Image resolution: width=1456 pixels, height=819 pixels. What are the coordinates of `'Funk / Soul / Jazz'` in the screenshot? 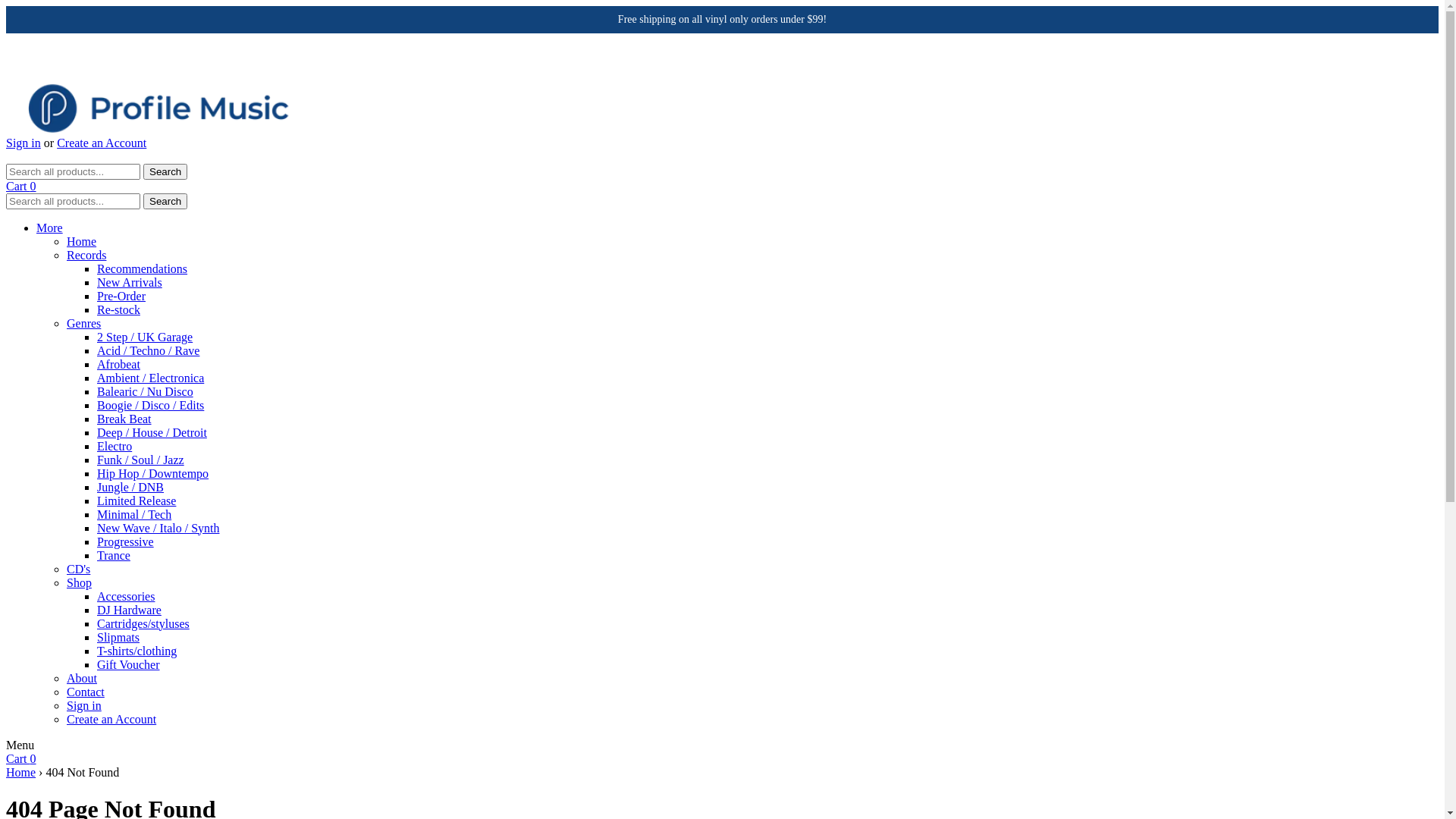 It's located at (140, 459).